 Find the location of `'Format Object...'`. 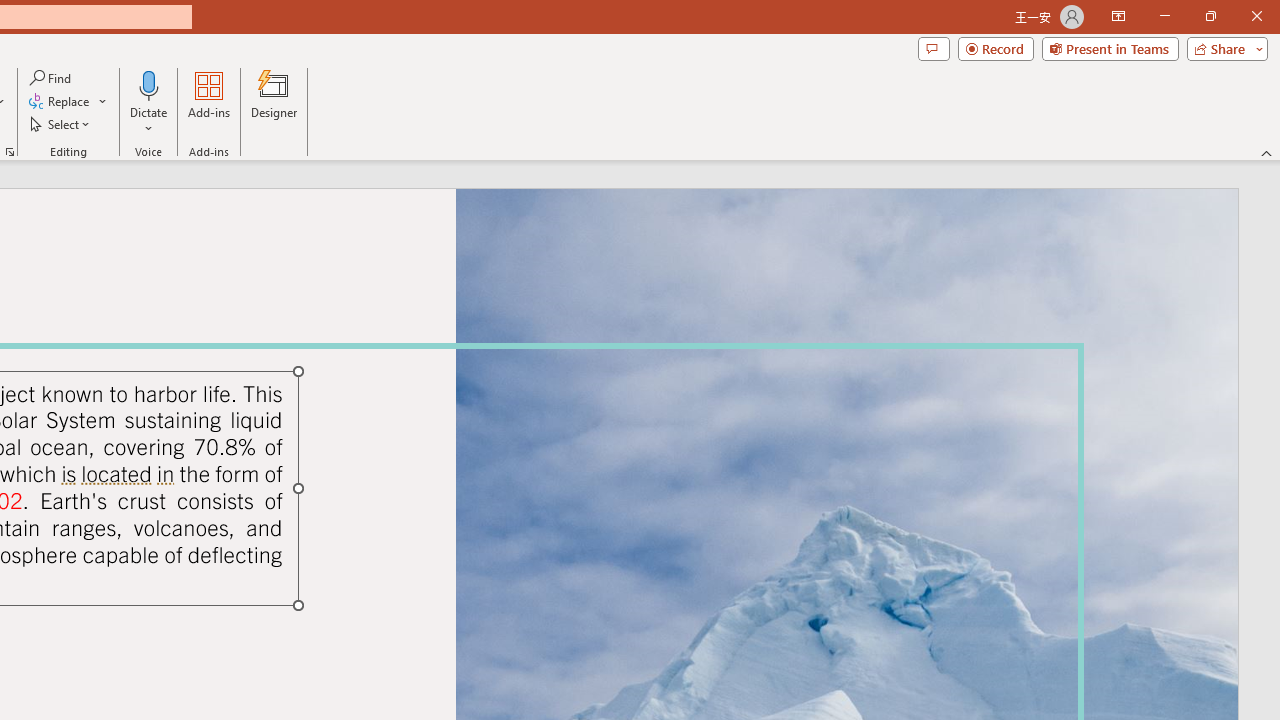

'Format Object...' is located at coordinates (10, 150).